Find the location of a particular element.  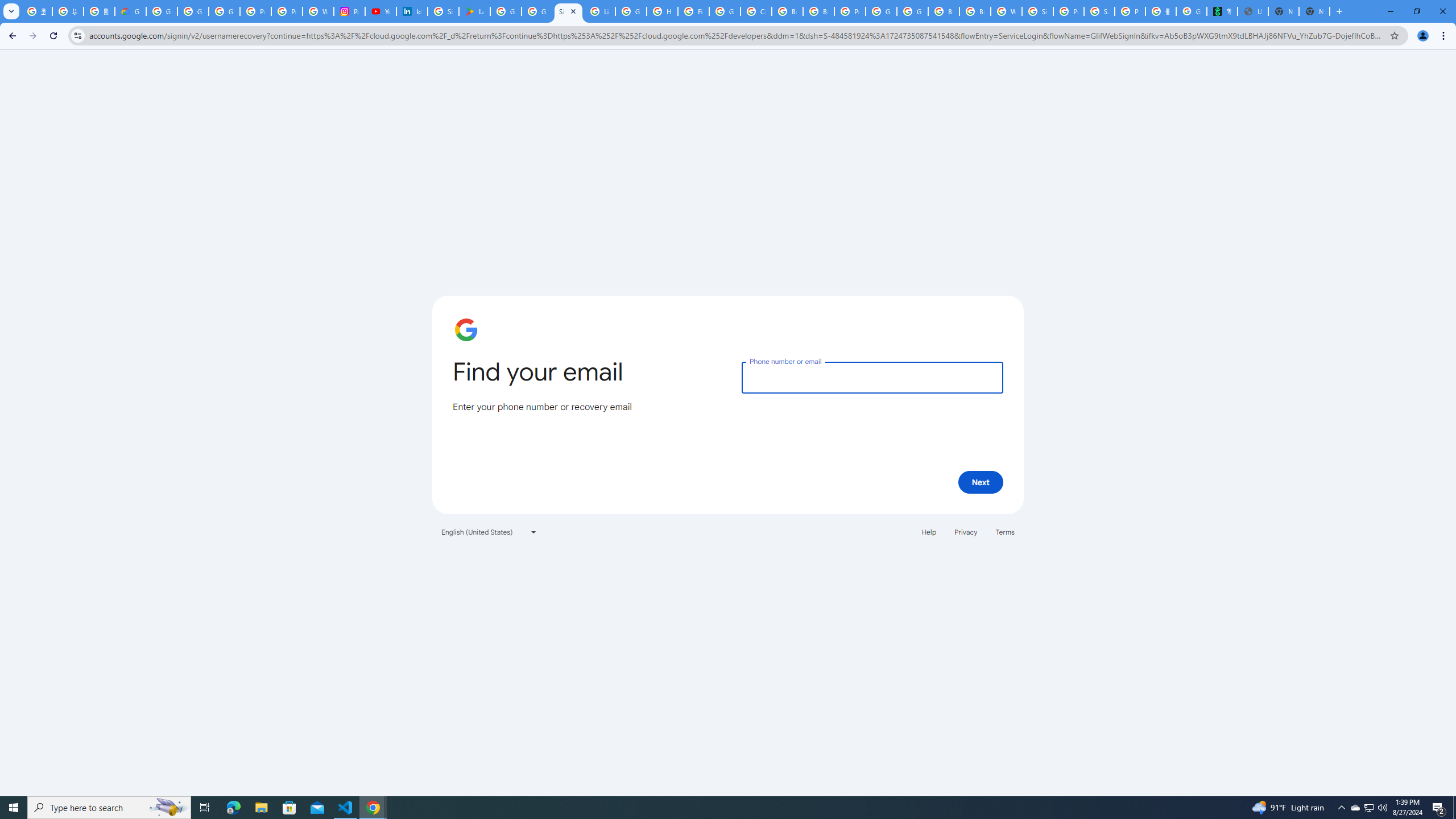

'Google Cloud Platform' is located at coordinates (911, 11).